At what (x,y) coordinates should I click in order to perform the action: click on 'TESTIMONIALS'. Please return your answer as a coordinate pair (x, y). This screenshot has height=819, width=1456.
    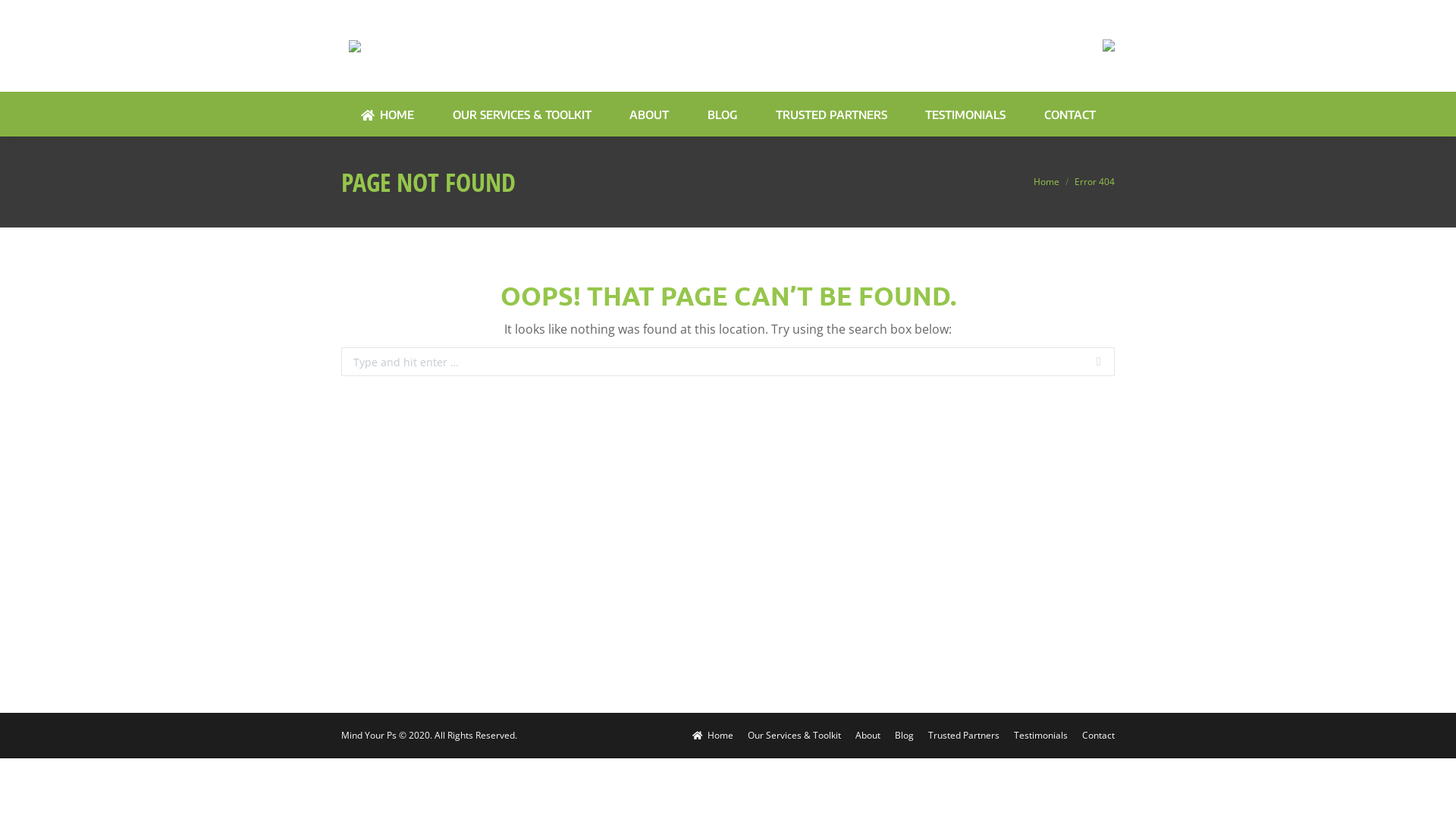
    Looking at the image, I should click on (964, 114).